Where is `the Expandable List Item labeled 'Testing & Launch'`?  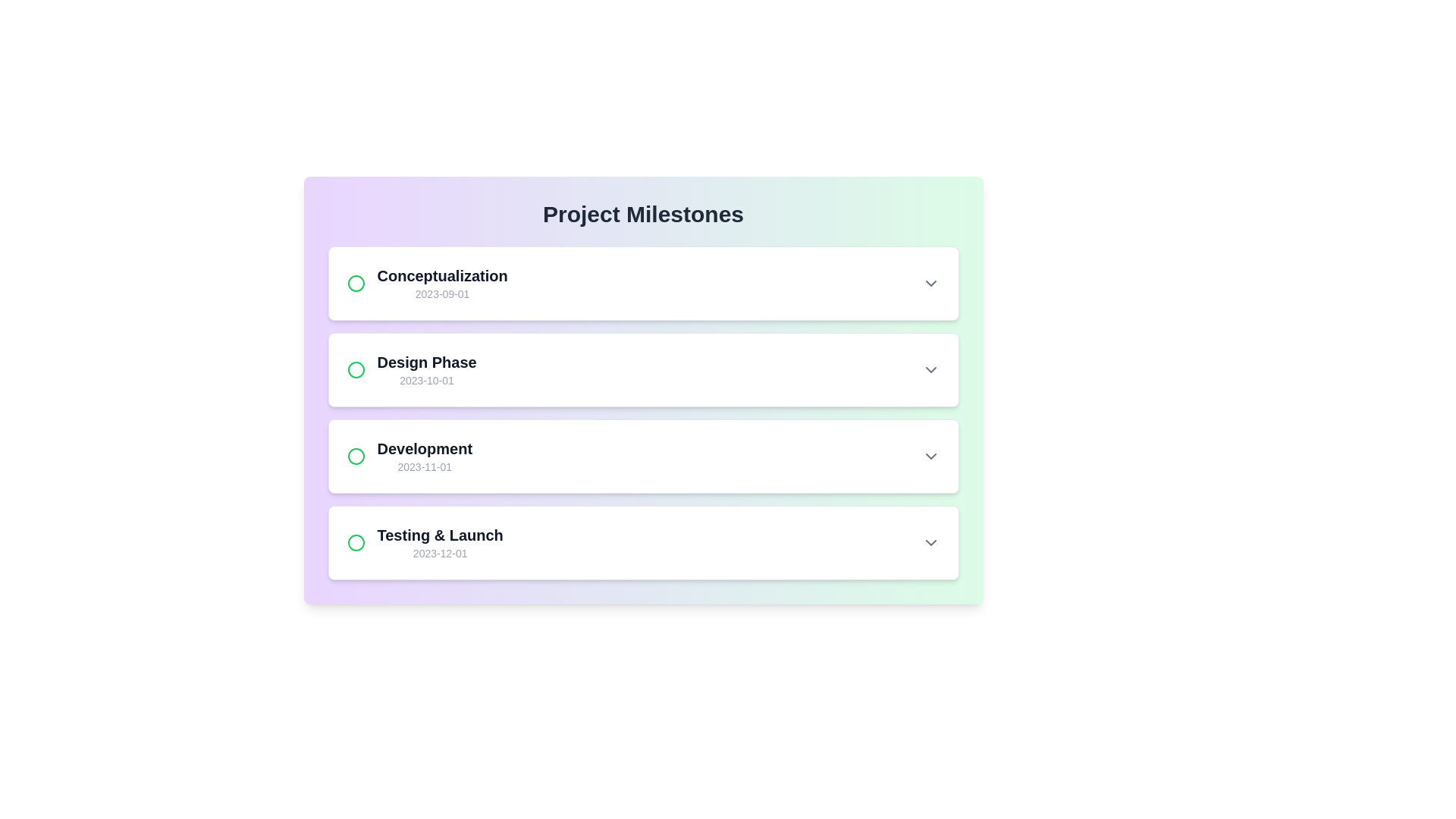
the Expandable List Item labeled 'Testing & Launch' is located at coordinates (643, 542).